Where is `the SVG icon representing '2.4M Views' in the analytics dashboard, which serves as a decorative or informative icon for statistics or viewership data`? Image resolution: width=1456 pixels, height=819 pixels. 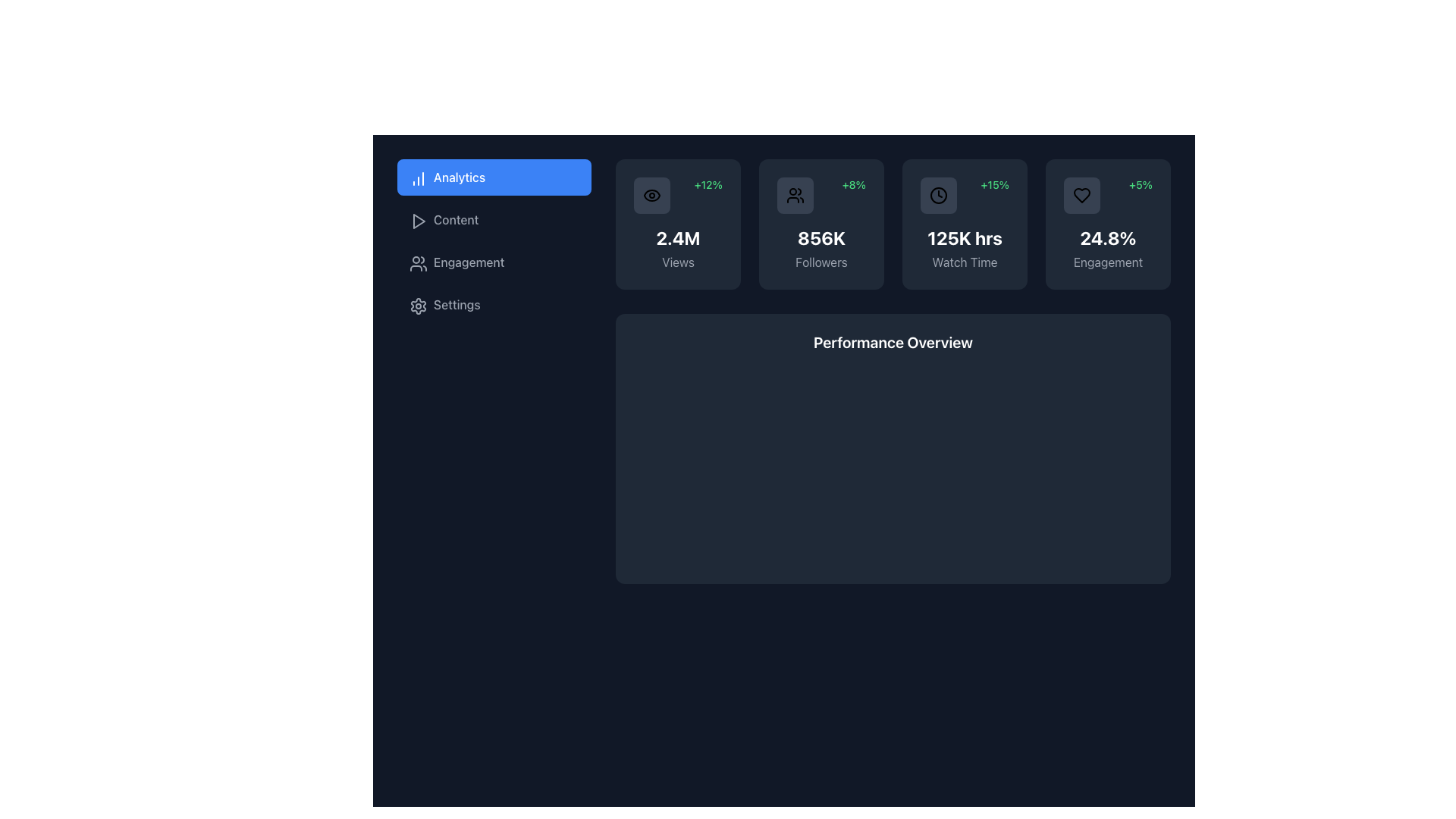 the SVG icon representing '2.4M Views' in the analytics dashboard, which serves as a decorative or informative icon for statistics or viewership data is located at coordinates (651, 195).